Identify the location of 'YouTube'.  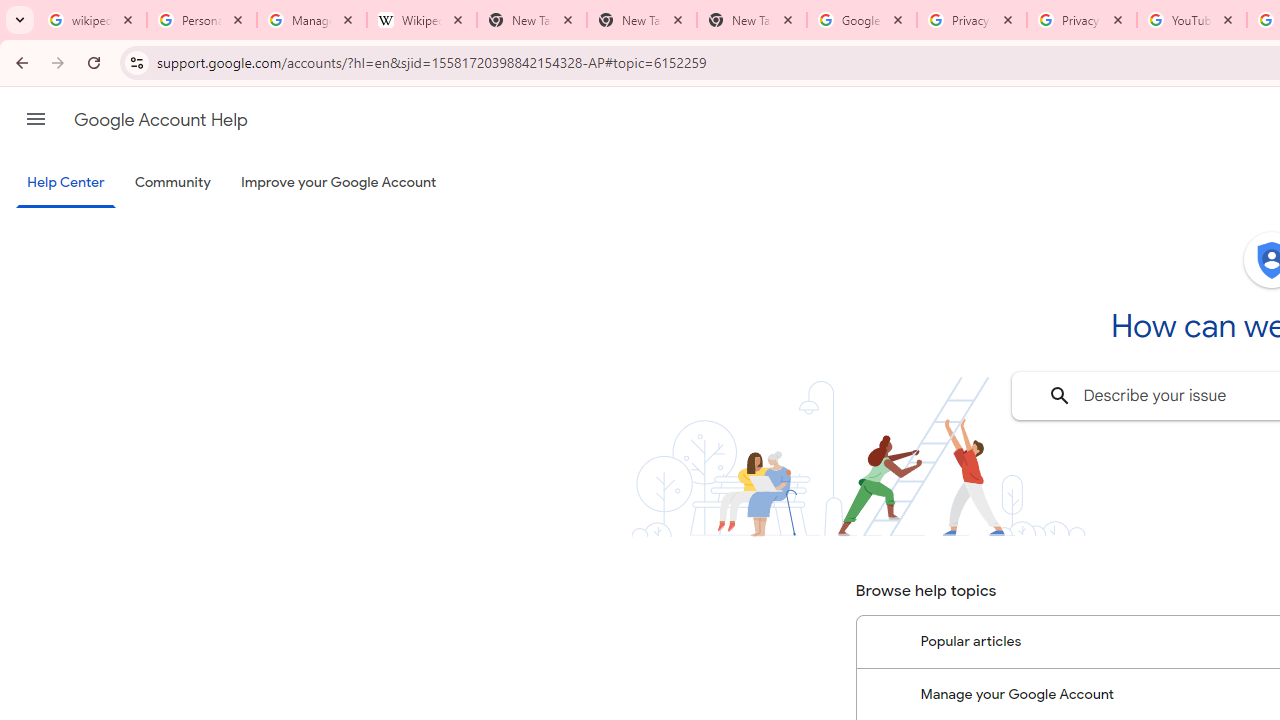
(1191, 20).